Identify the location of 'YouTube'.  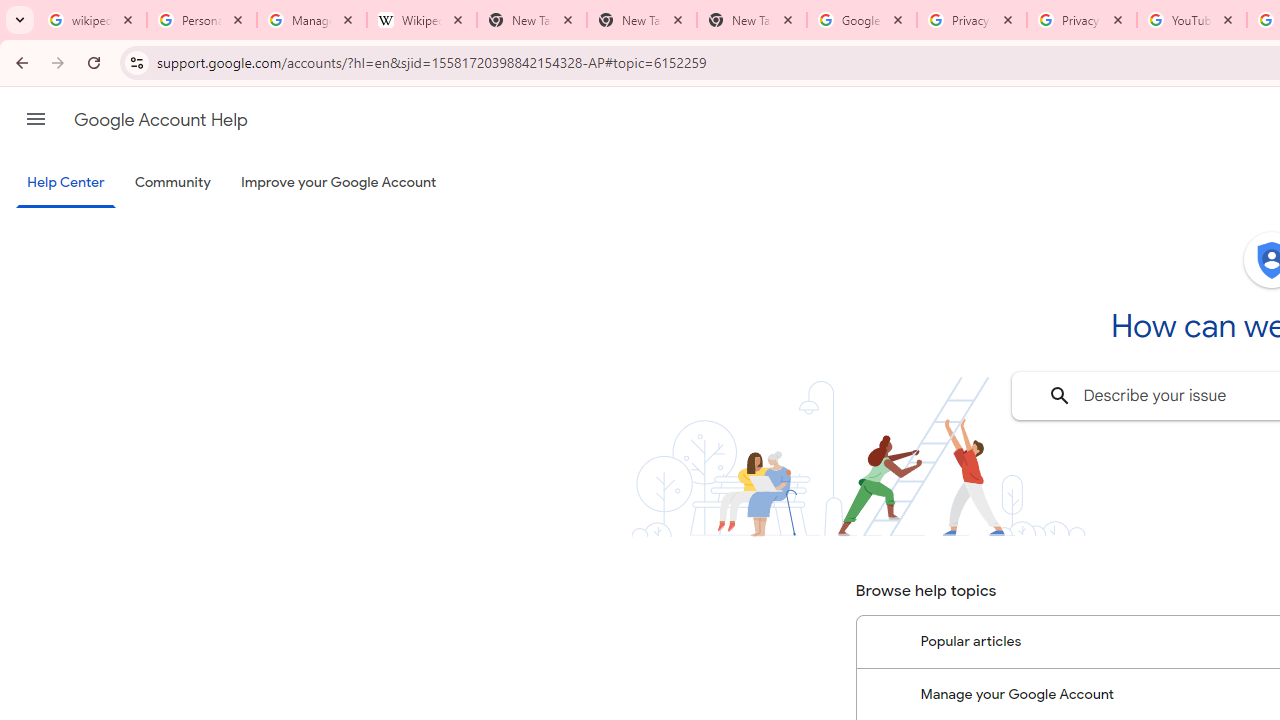
(1191, 20).